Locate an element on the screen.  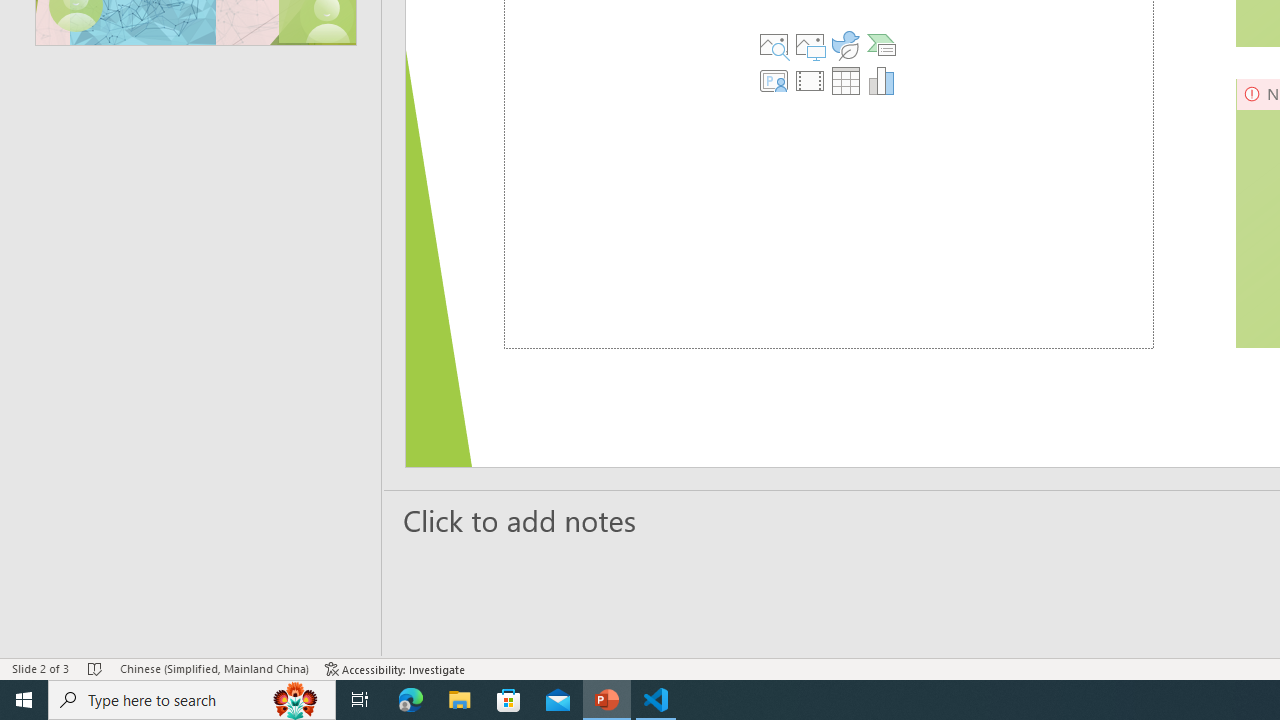
'Insert a SmartArt Graphic' is located at coordinates (881, 45).